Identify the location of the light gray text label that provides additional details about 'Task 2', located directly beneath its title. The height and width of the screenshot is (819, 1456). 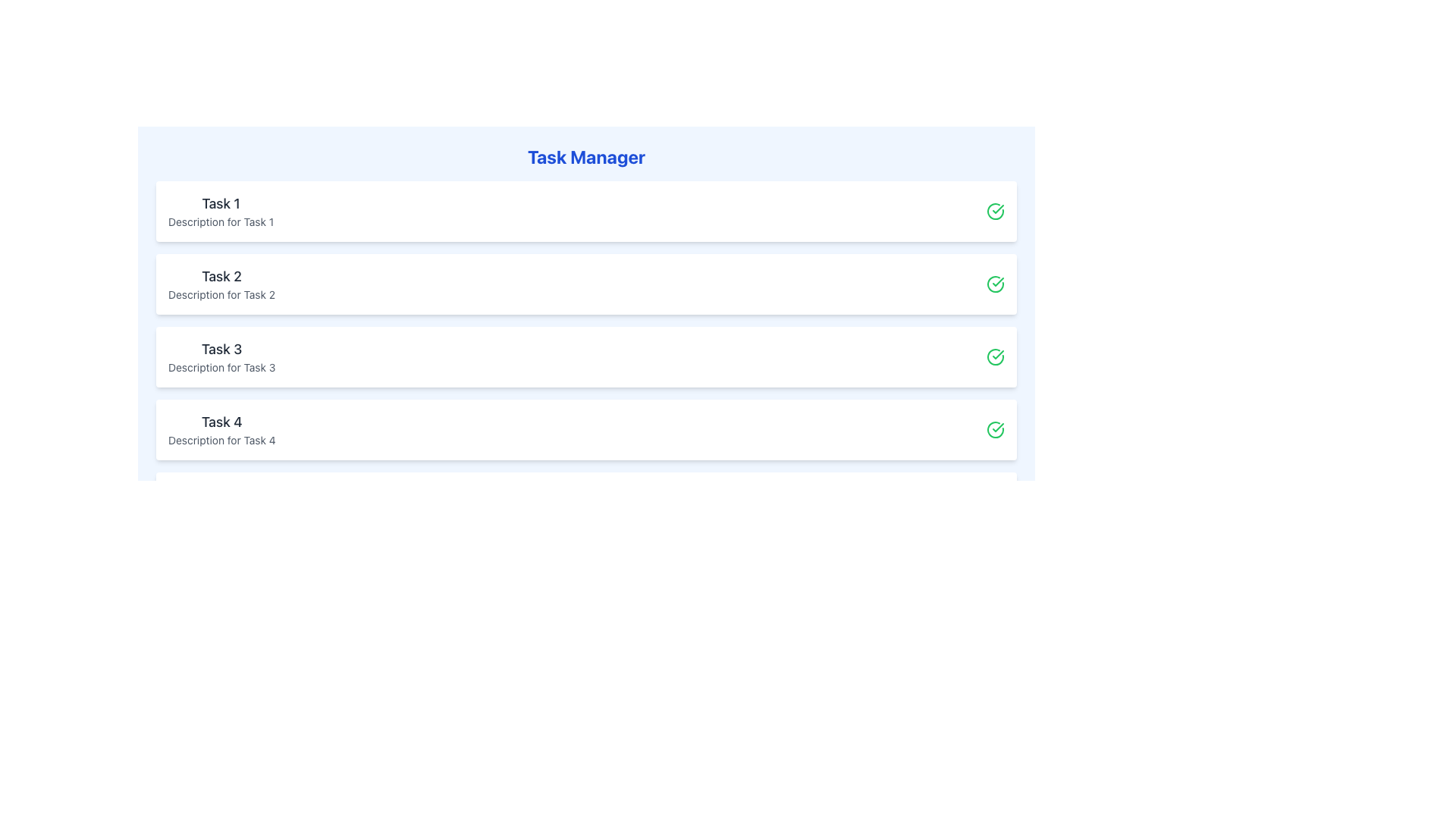
(221, 295).